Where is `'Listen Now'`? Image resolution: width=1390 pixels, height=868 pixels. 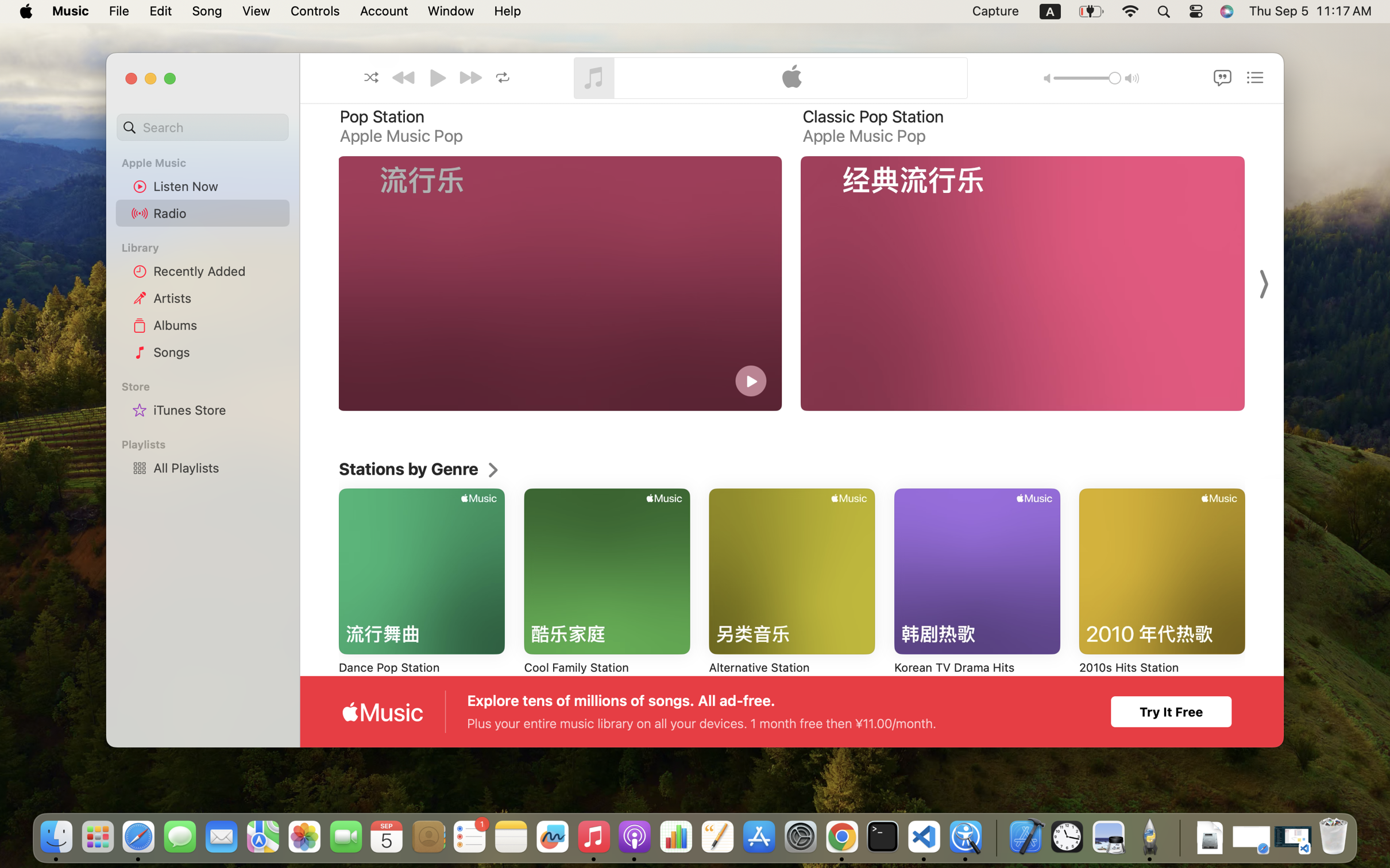
'Listen Now' is located at coordinates (218, 185).